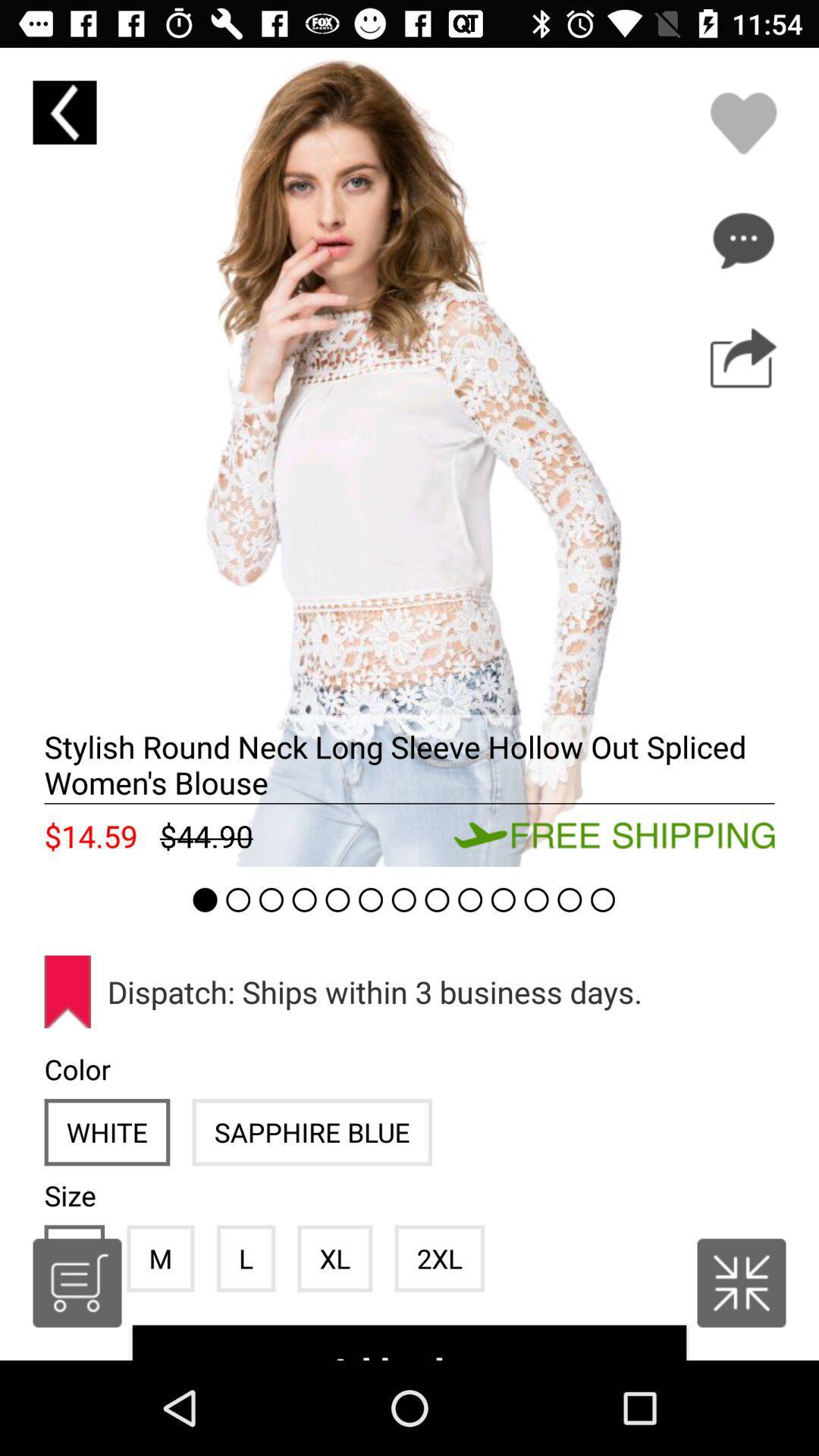  Describe the element at coordinates (741, 1282) in the screenshot. I see `the national_flag icon` at that location.